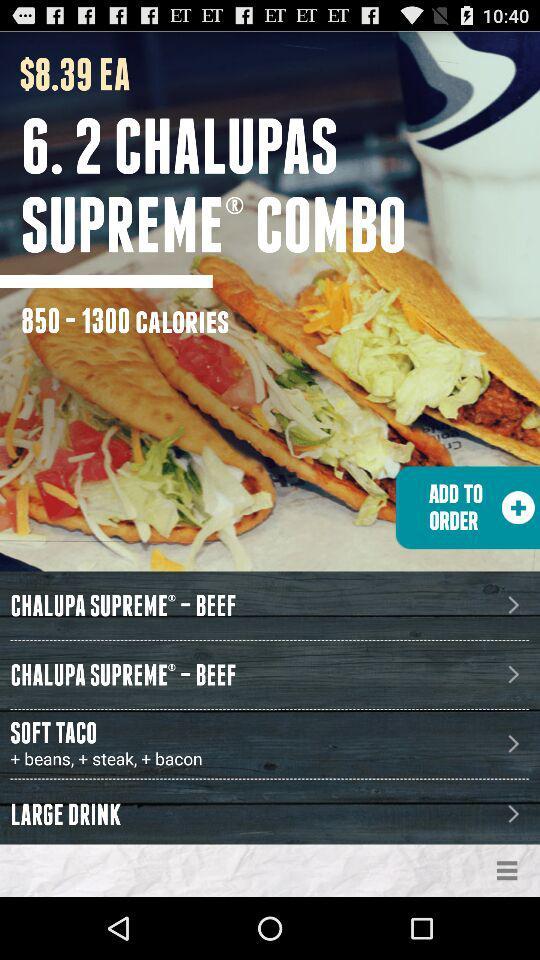  I want to click on item below $8.39 ea icon, so click(279, 185).